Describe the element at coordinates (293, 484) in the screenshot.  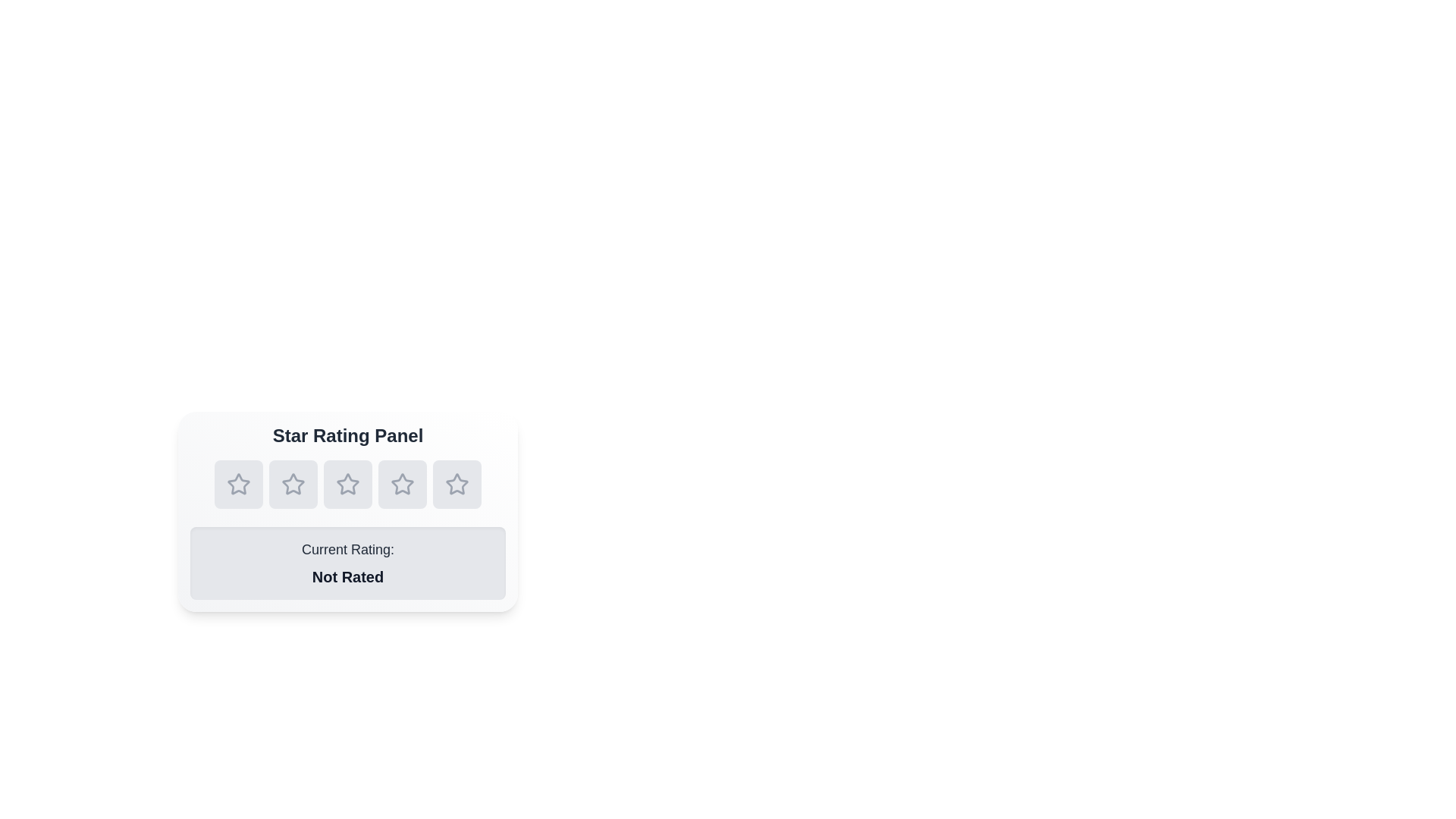
I see `the second star icon in the Star Rating Panel` at that location.